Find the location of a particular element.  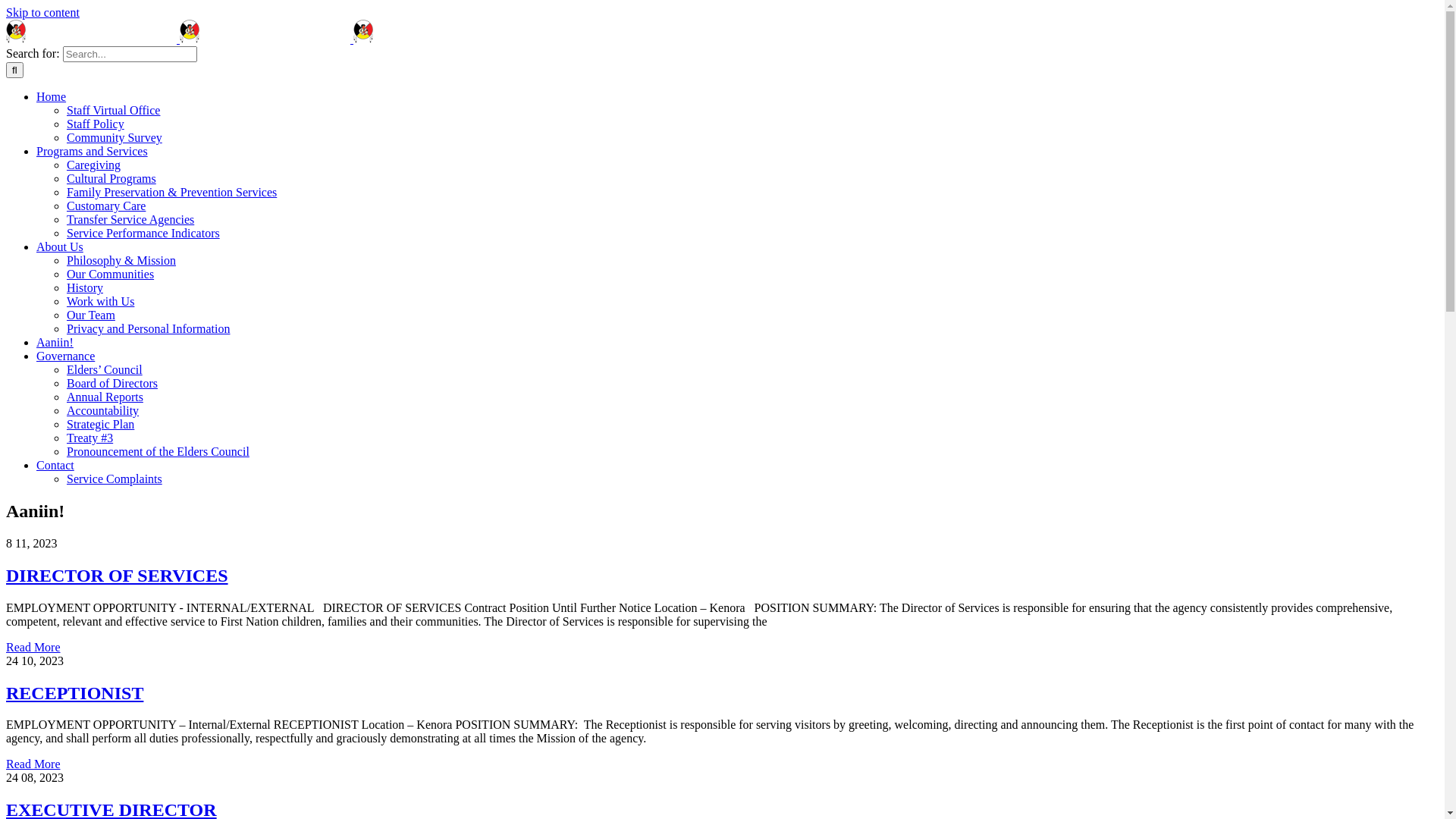

'Skip to content' is located at coordinates (42, 12).